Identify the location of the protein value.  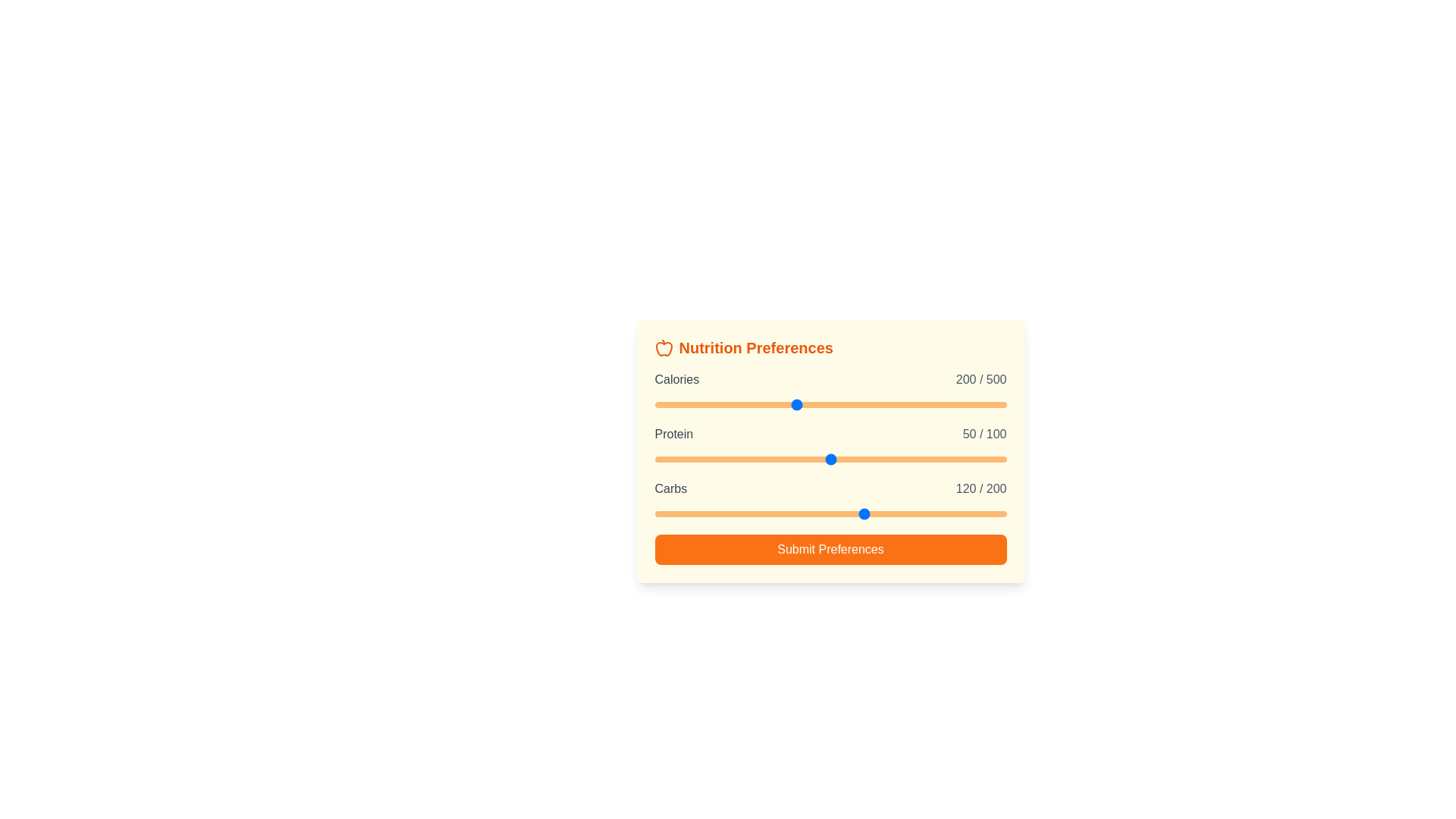
(897, 458).